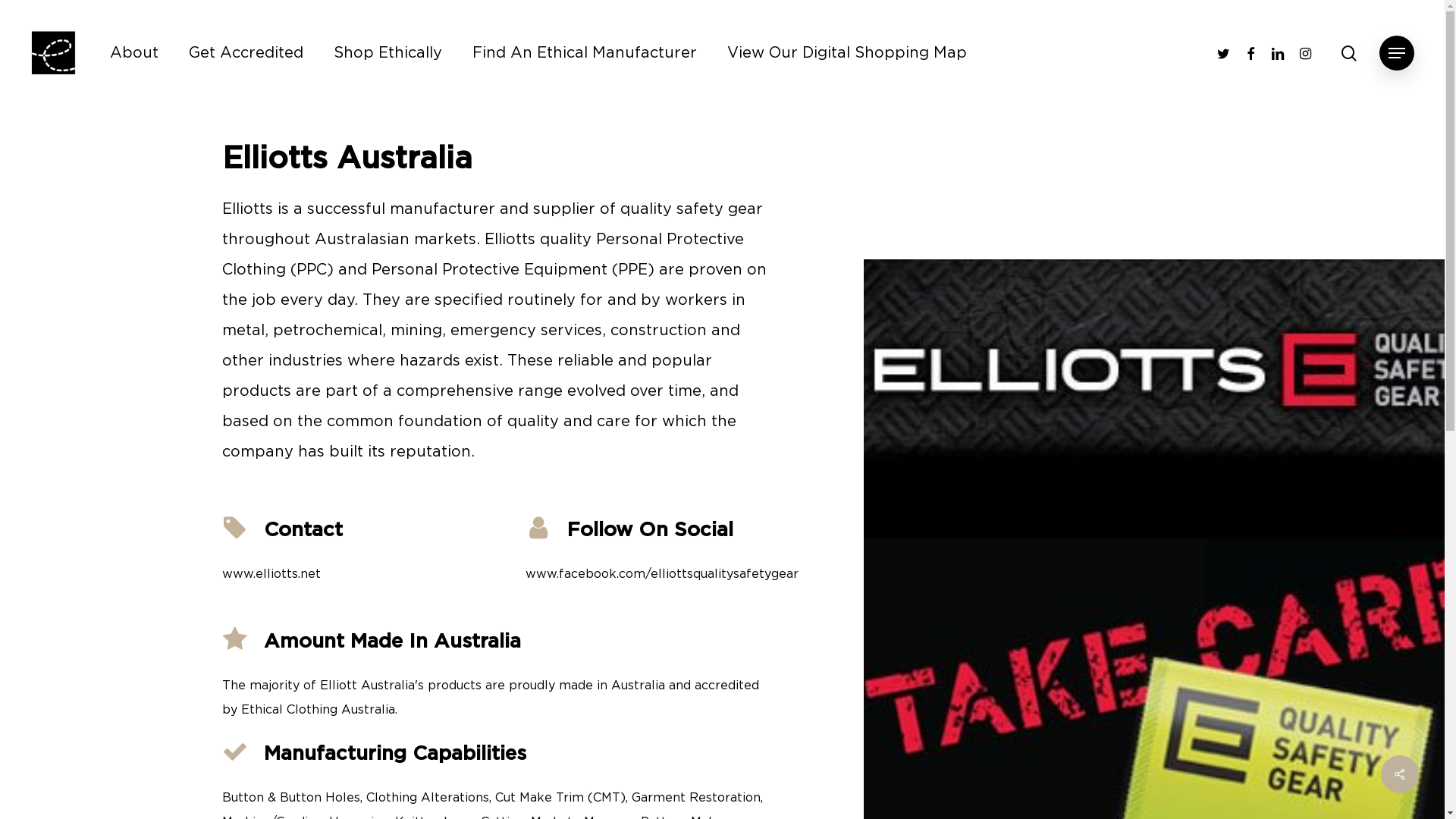 The image size is (1456, 819). Describe the element at coordinates (1263, 52) in the screenshot. I see `'linkedin'` at that location.